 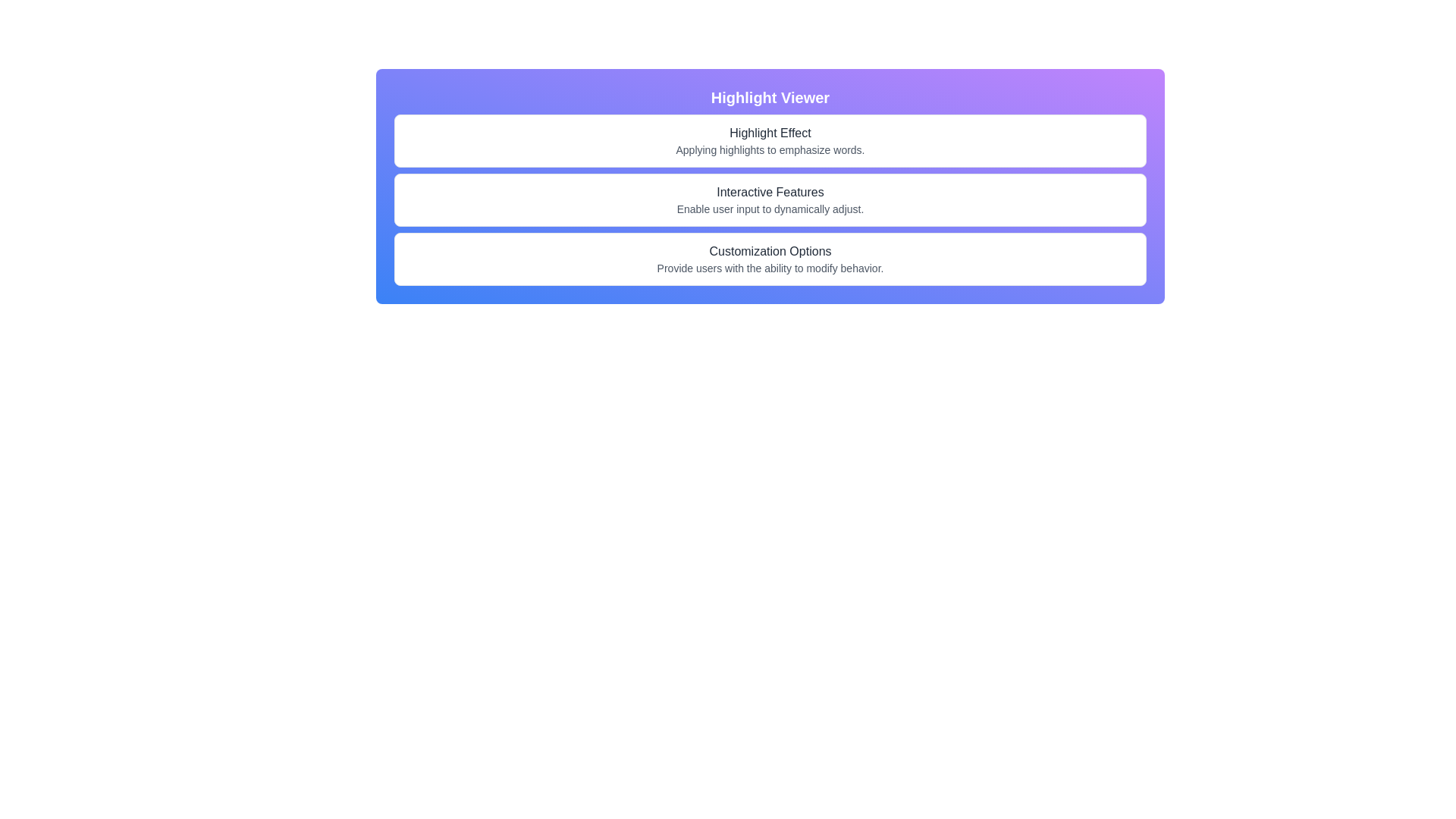 I want to click on the underlined character 'r' in the word 'Interactive' within the text 'Interactive Features', so click(x=739, y=191).